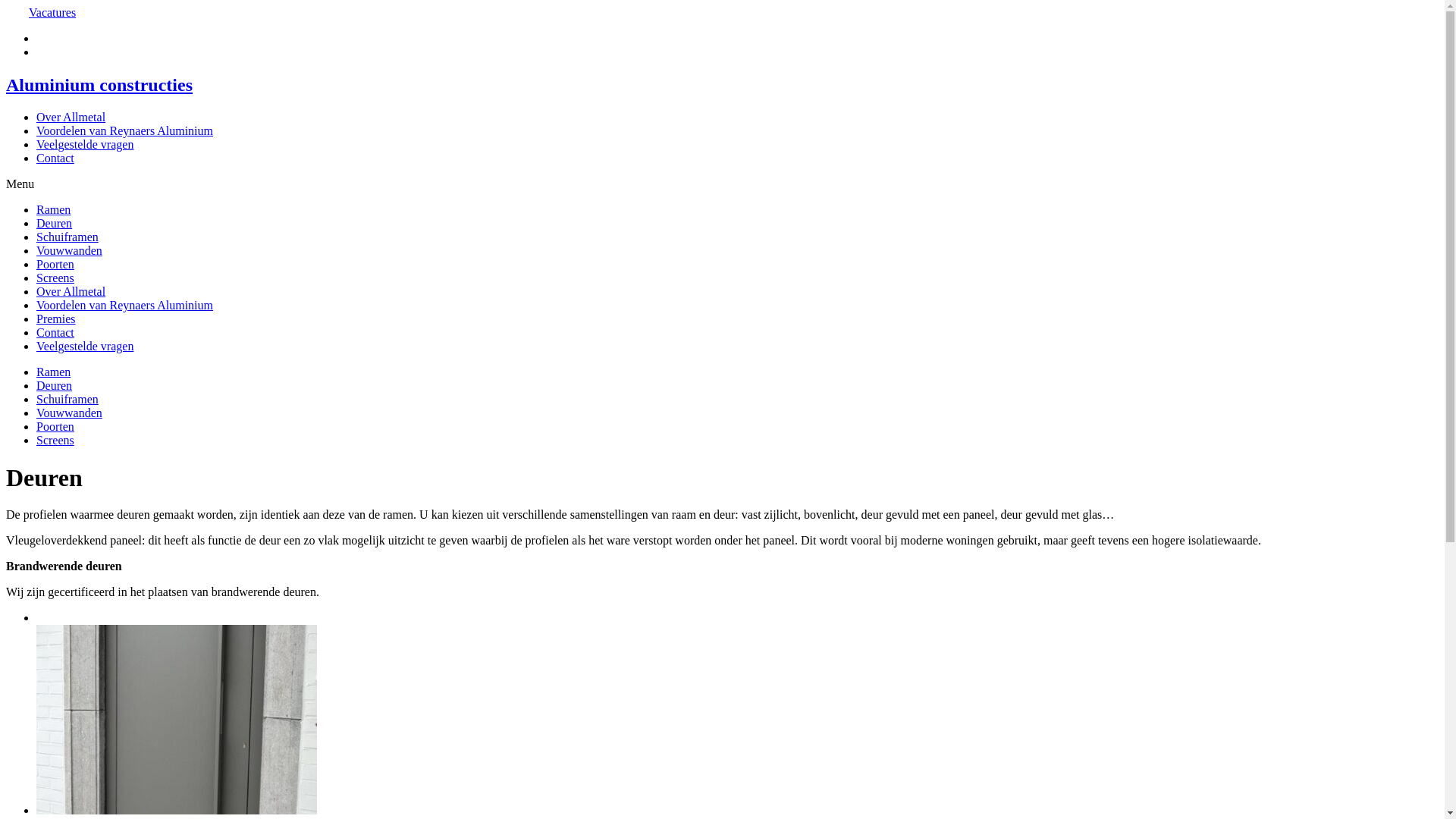 The width and height of the screenshot is (1456, 819). I want to click on 'Premies', so click(55, 318).